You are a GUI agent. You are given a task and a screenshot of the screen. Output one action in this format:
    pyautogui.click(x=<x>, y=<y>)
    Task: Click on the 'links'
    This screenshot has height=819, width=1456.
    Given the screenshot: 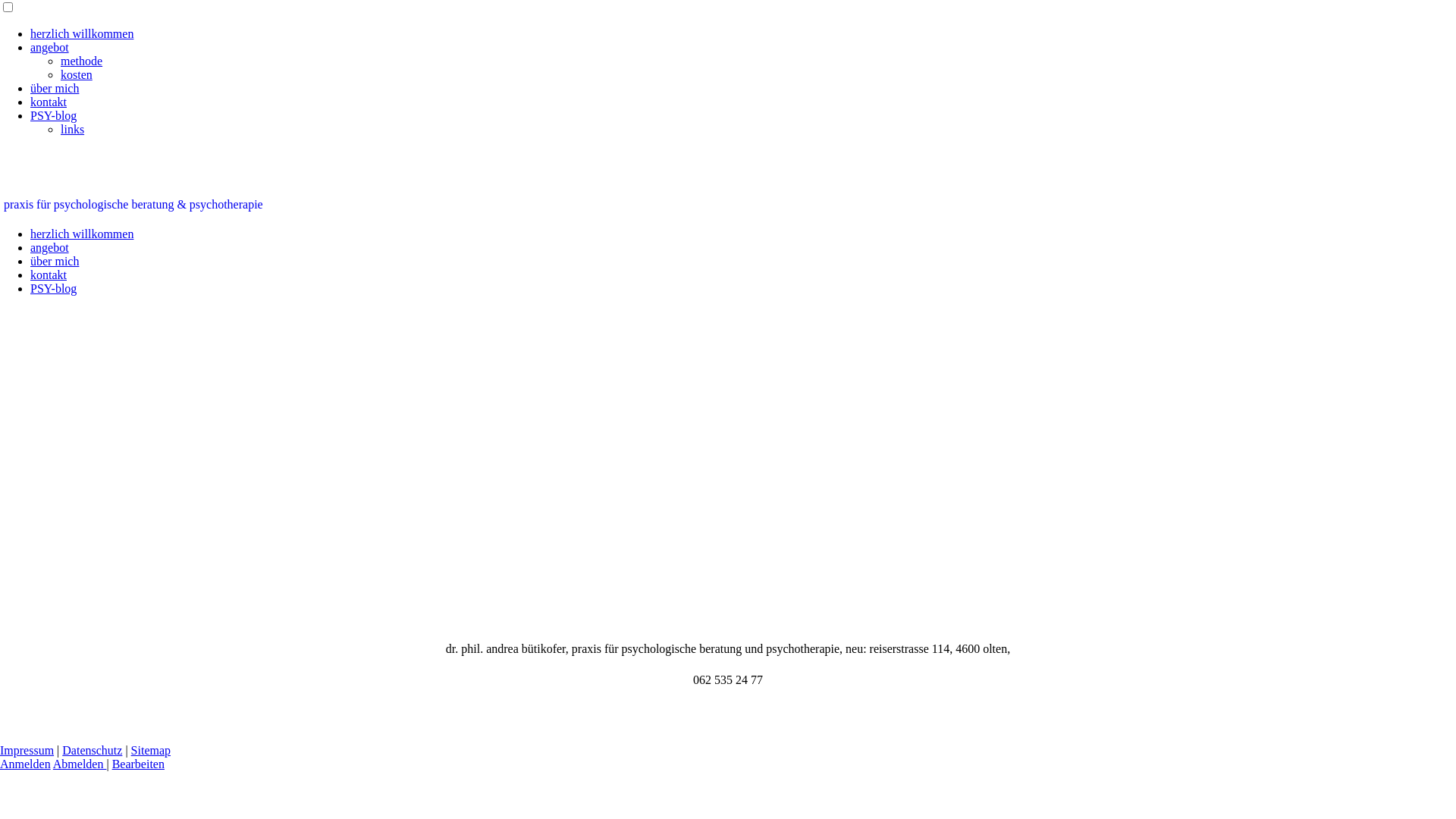 What is the action you would take?
    pyautogui.click(x=71, y=128)
    